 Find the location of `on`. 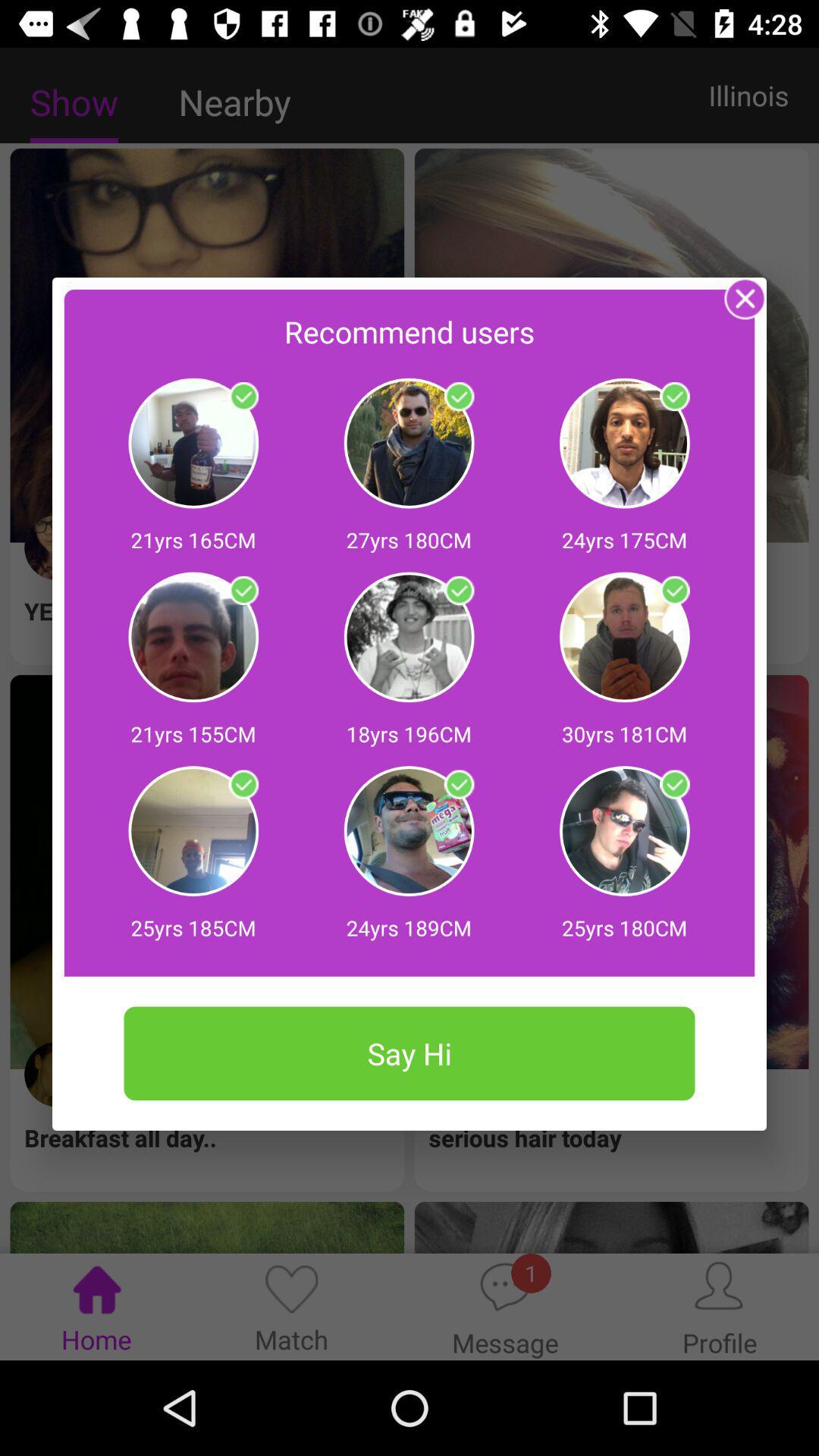

on is located at coordinates (458, 785).